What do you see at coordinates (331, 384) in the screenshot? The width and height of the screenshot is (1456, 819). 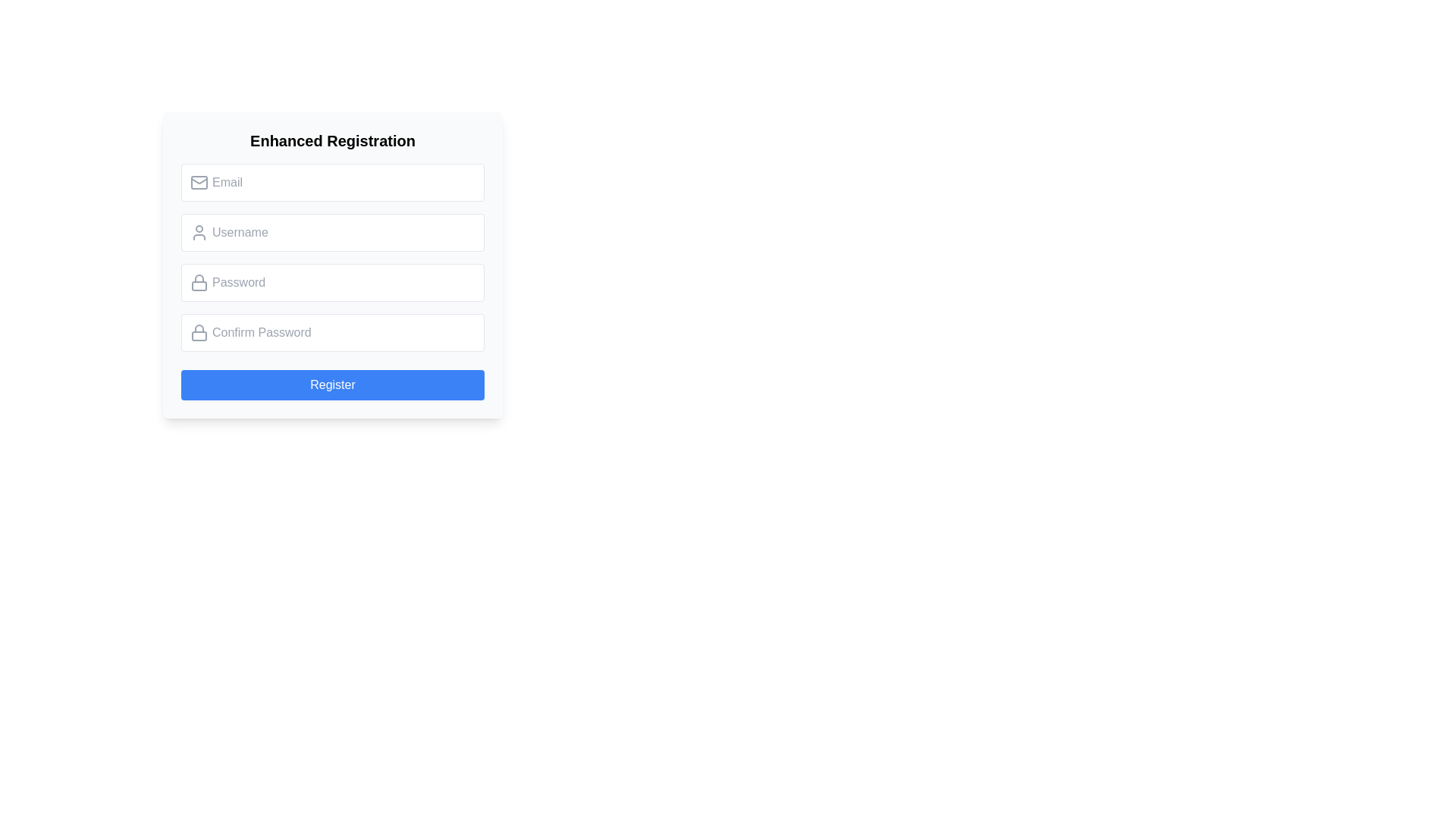 I see `the vibrant blue 'Register' button with rounded corners located at the bottom of the 'Enhanced Registration' card` at bounding box center [331, 384].